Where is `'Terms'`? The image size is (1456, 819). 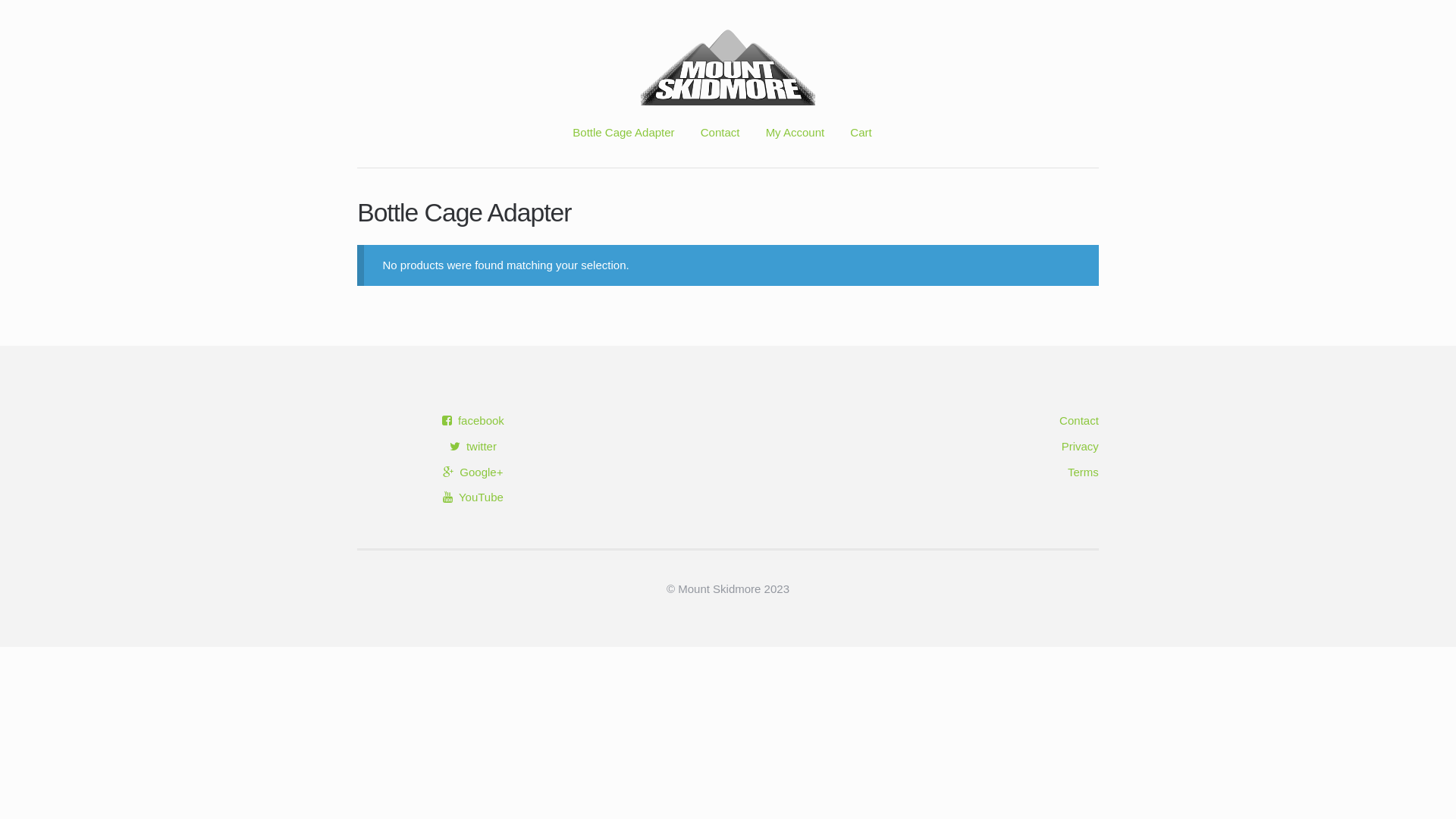 'Terms' is located at coordinates (1082, 471).